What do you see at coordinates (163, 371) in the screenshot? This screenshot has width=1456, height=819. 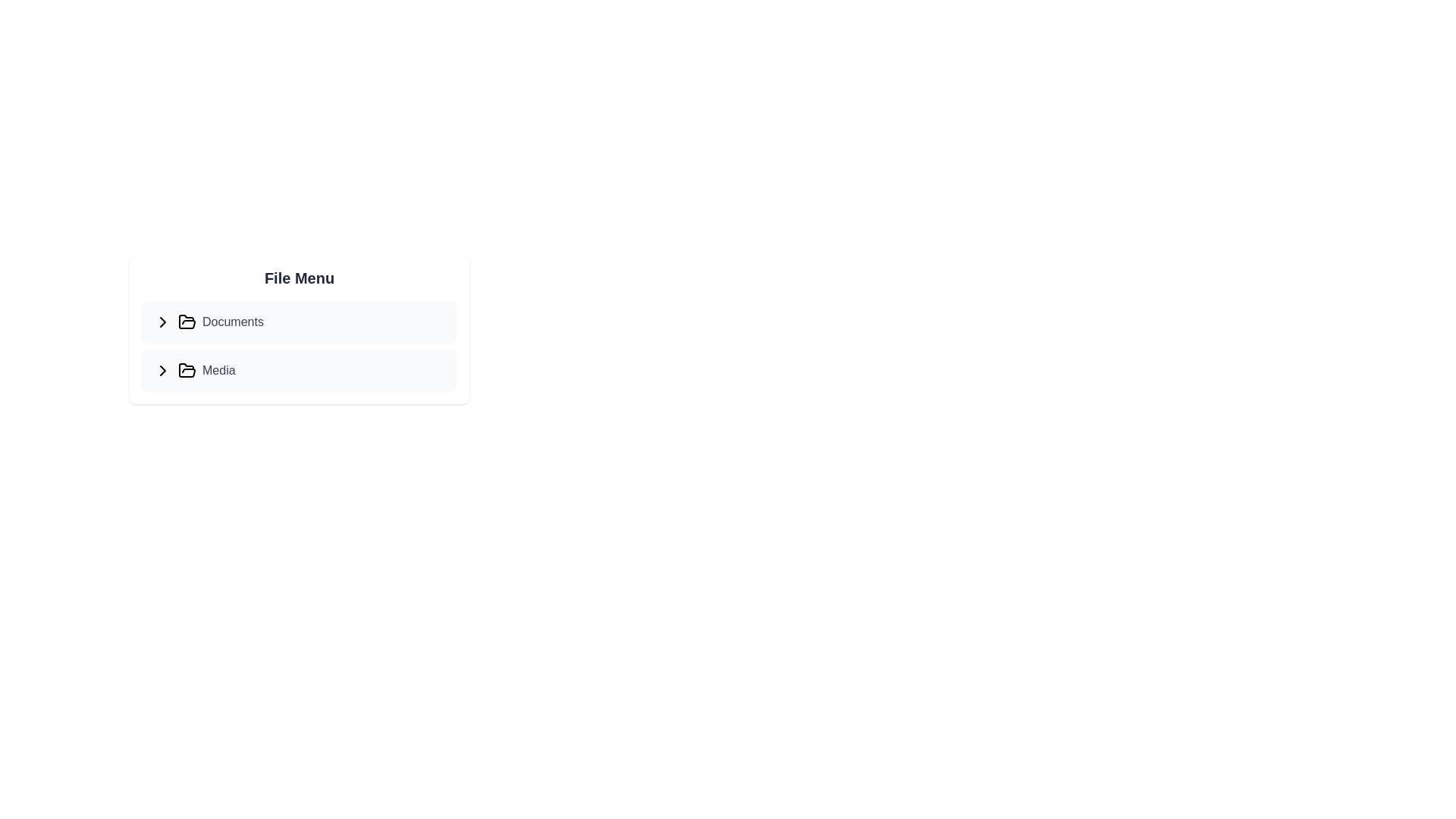 I see `the chevron icon located in the left segment of the 'Media' row within the 'File Menu'` at bounding box center [163, 371].